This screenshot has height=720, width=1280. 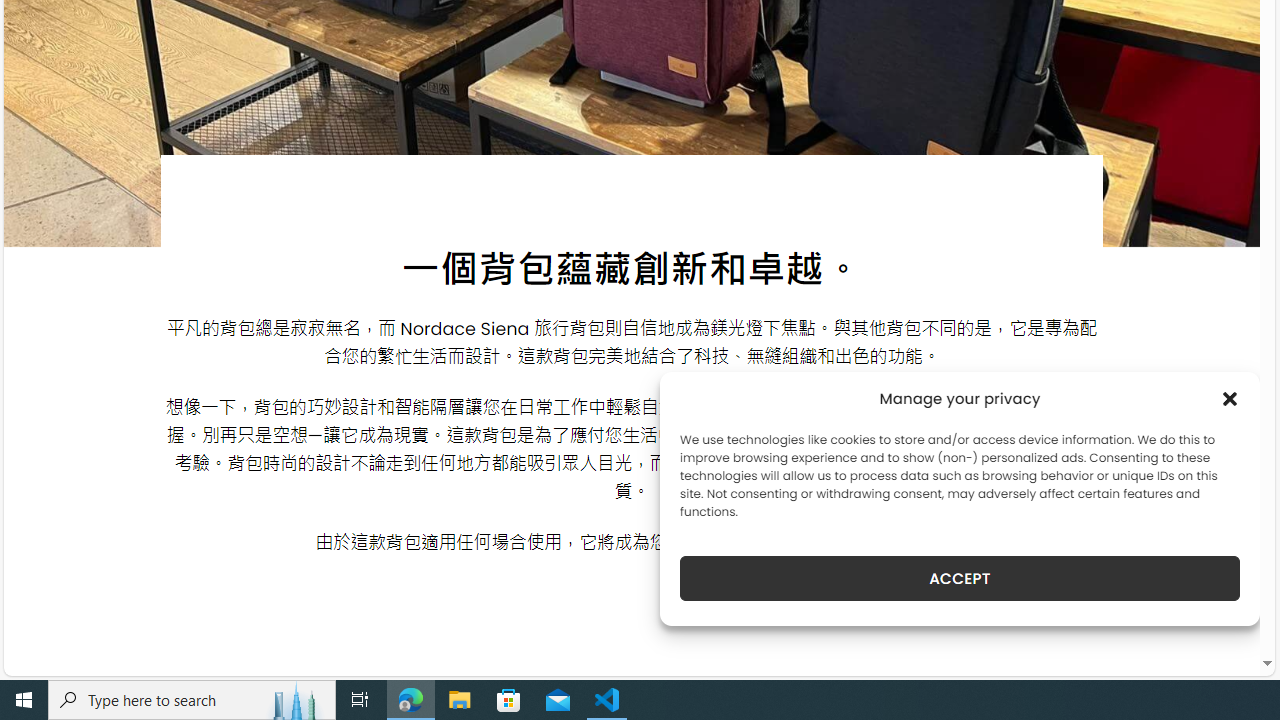 I want to click on 'Class: cmplz-close', so click(x=1229, y=398).